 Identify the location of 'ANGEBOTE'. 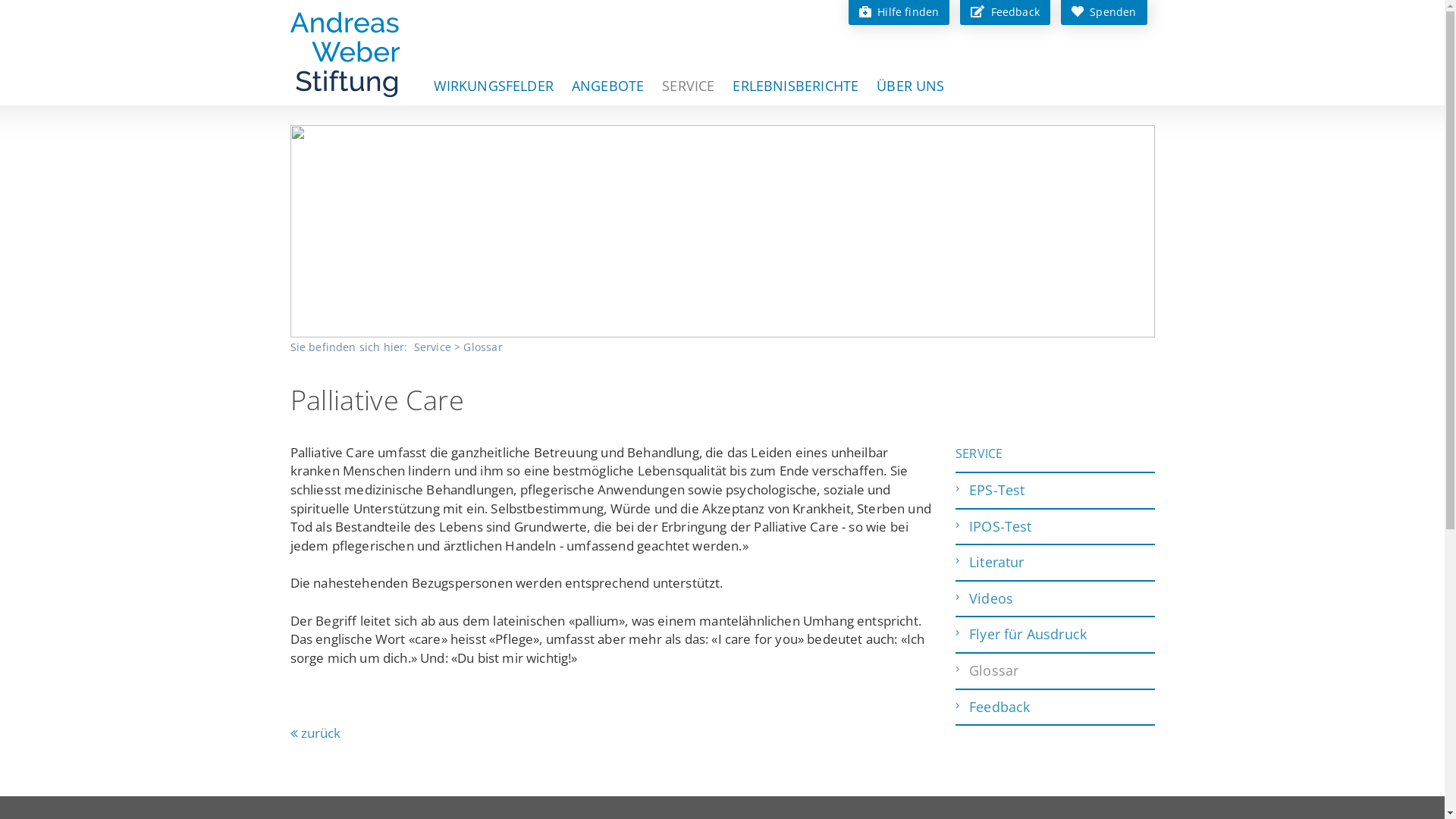
(564, 85).